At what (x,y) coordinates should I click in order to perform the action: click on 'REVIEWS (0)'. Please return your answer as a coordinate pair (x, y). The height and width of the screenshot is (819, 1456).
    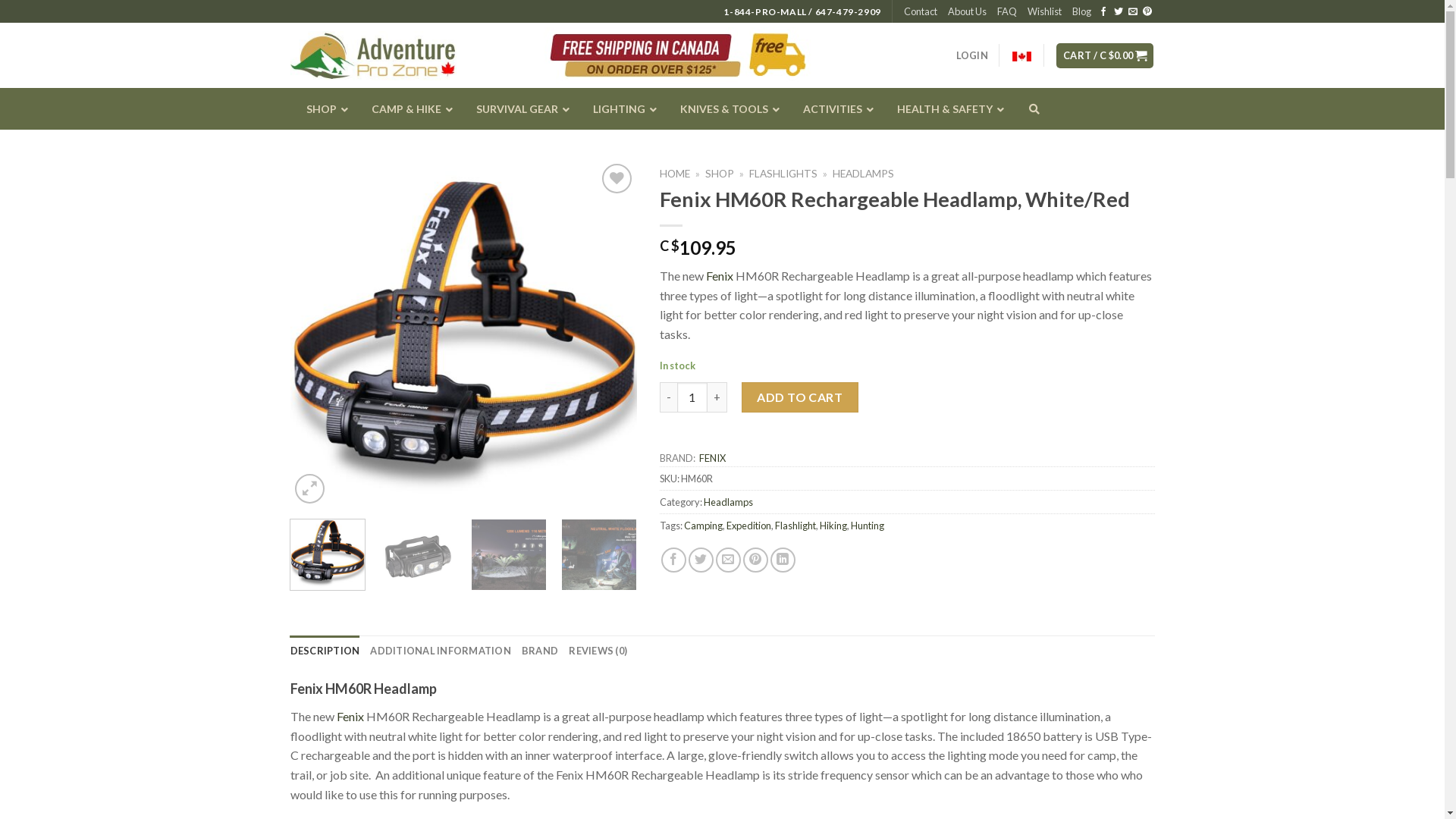
    Looking at the image, I should click on (597, 649).